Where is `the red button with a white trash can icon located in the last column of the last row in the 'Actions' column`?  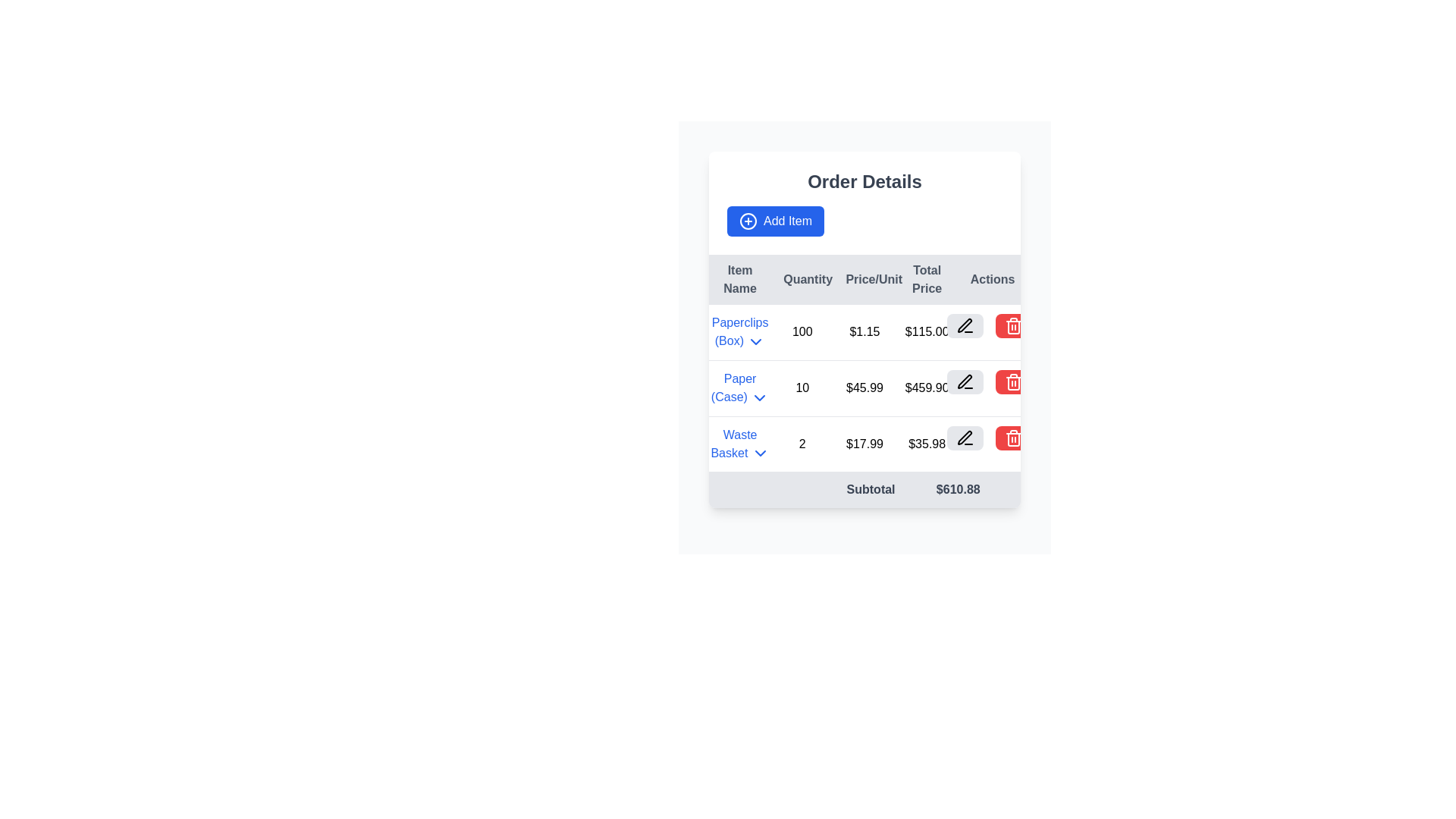 the red button with a white trash can icon located in the last column of the last row in the 'Actions' column is located at coordinates (1013, 438).